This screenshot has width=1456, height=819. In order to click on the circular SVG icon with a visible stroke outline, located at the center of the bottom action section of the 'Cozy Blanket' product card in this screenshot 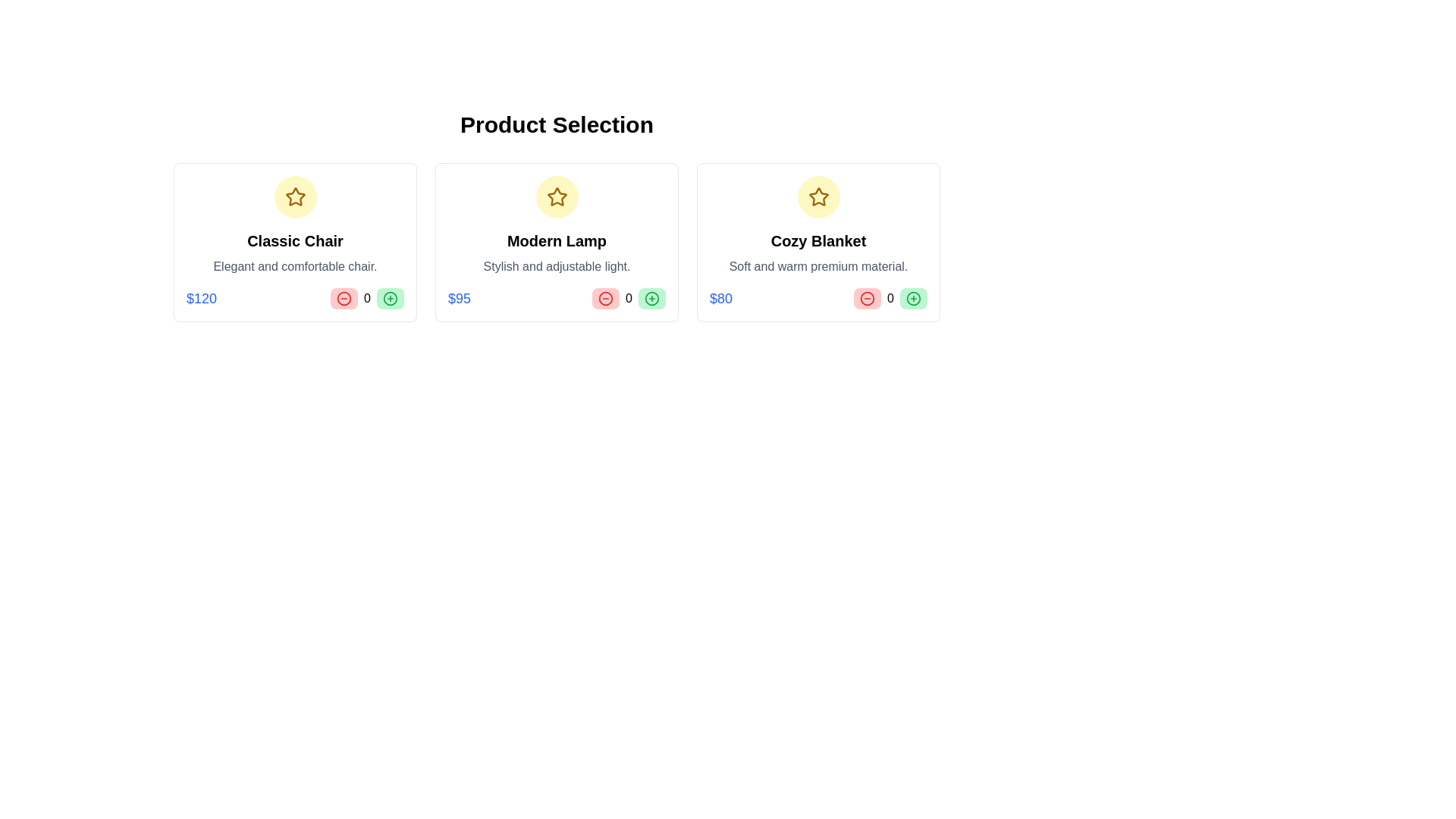, I will do `click(868, 298)`.